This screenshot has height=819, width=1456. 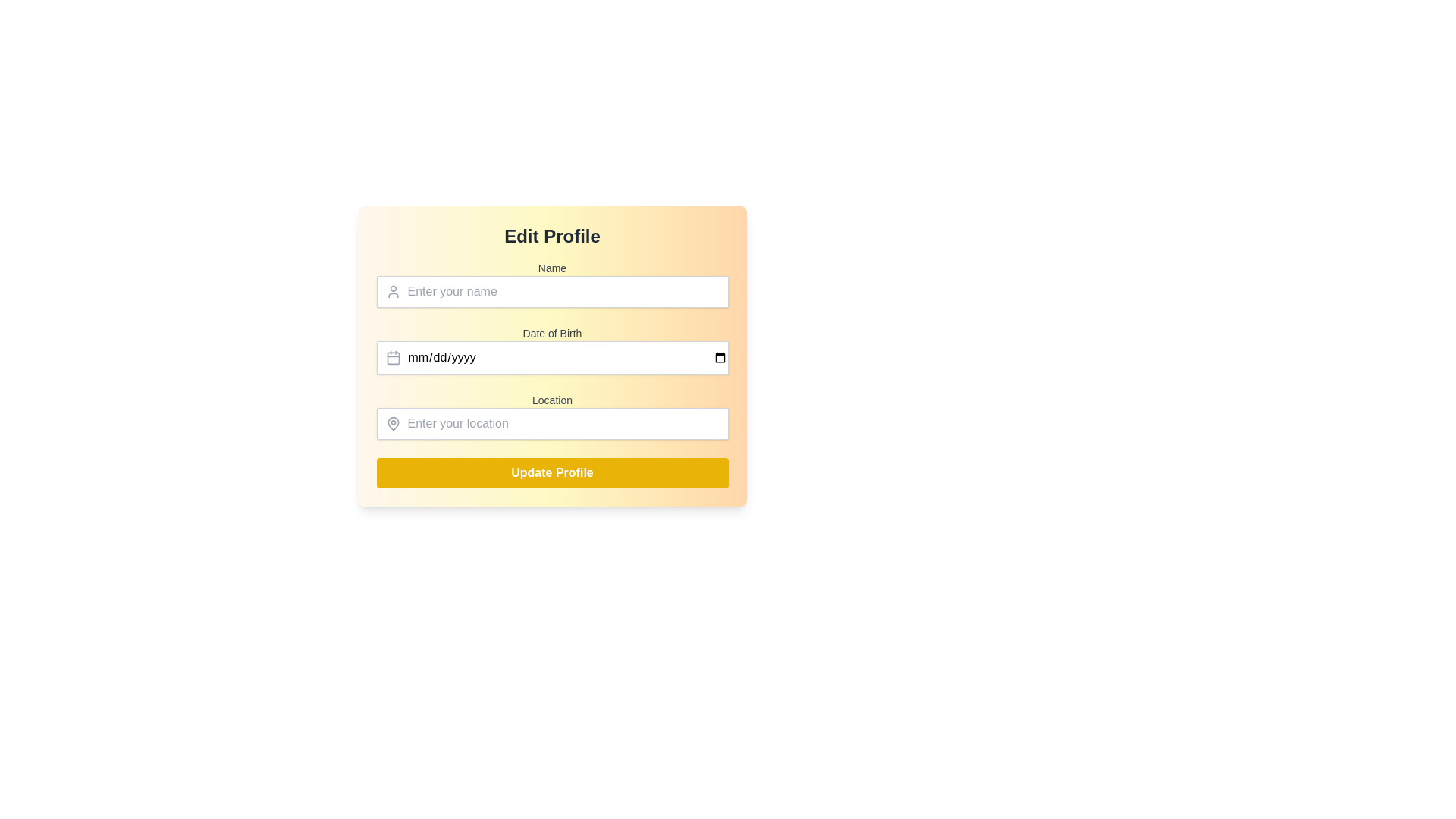 I want to click on the 'Location' label that provides a descriptor for the text input field below it, so click(x=551, y=400).